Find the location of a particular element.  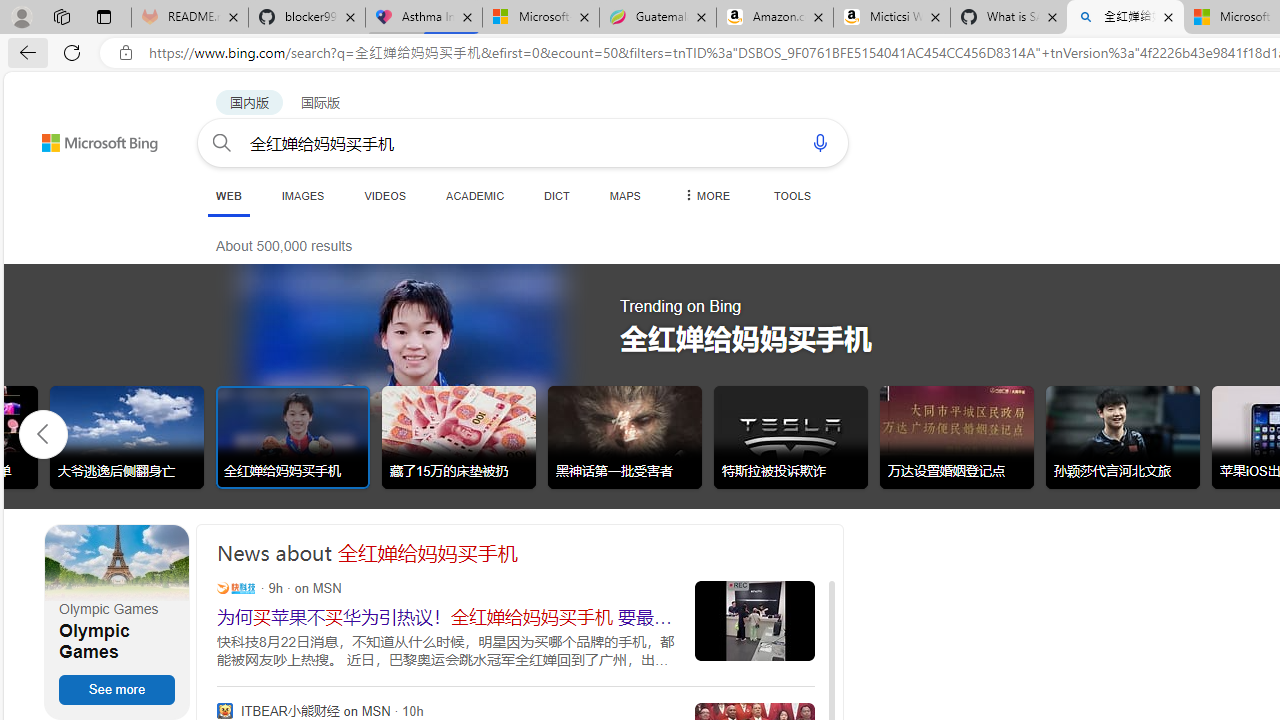

'Asthma Inhalers: Names and Types' is located at coordinates (423, 17).